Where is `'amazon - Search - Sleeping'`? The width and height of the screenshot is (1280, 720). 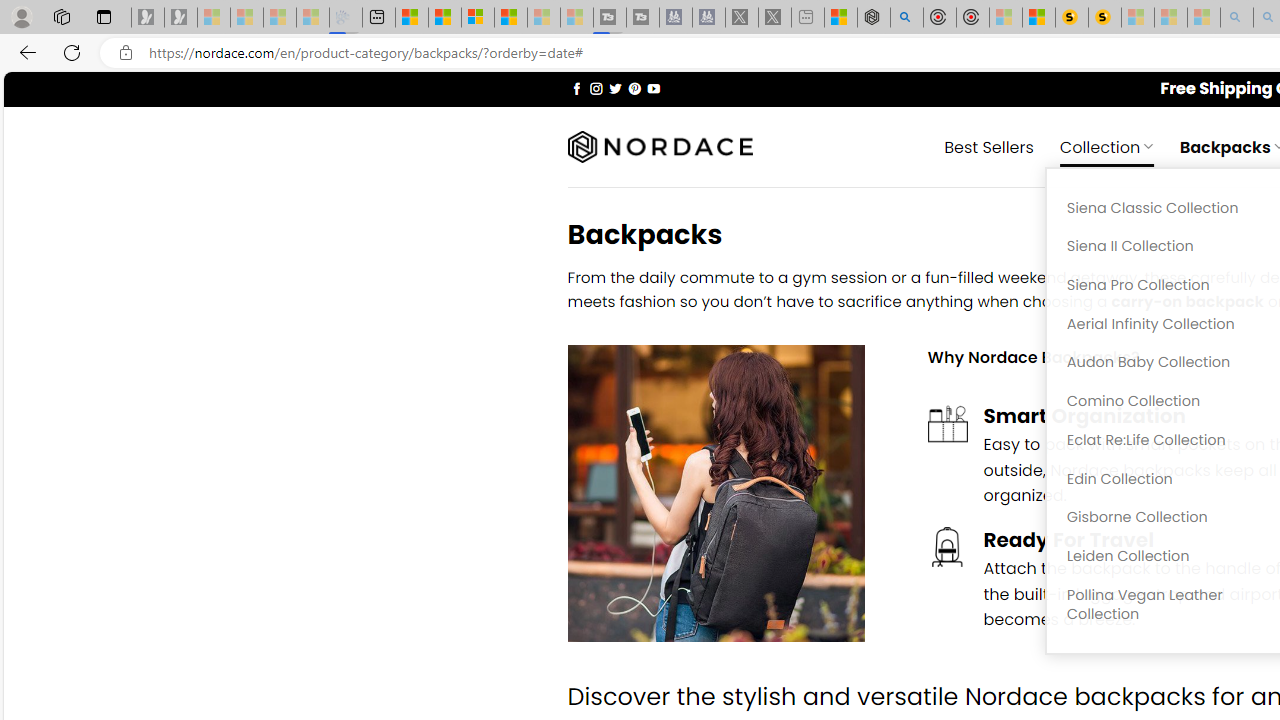
'amazon - Search - Sleeping' is located at coordinates (1236, 17).